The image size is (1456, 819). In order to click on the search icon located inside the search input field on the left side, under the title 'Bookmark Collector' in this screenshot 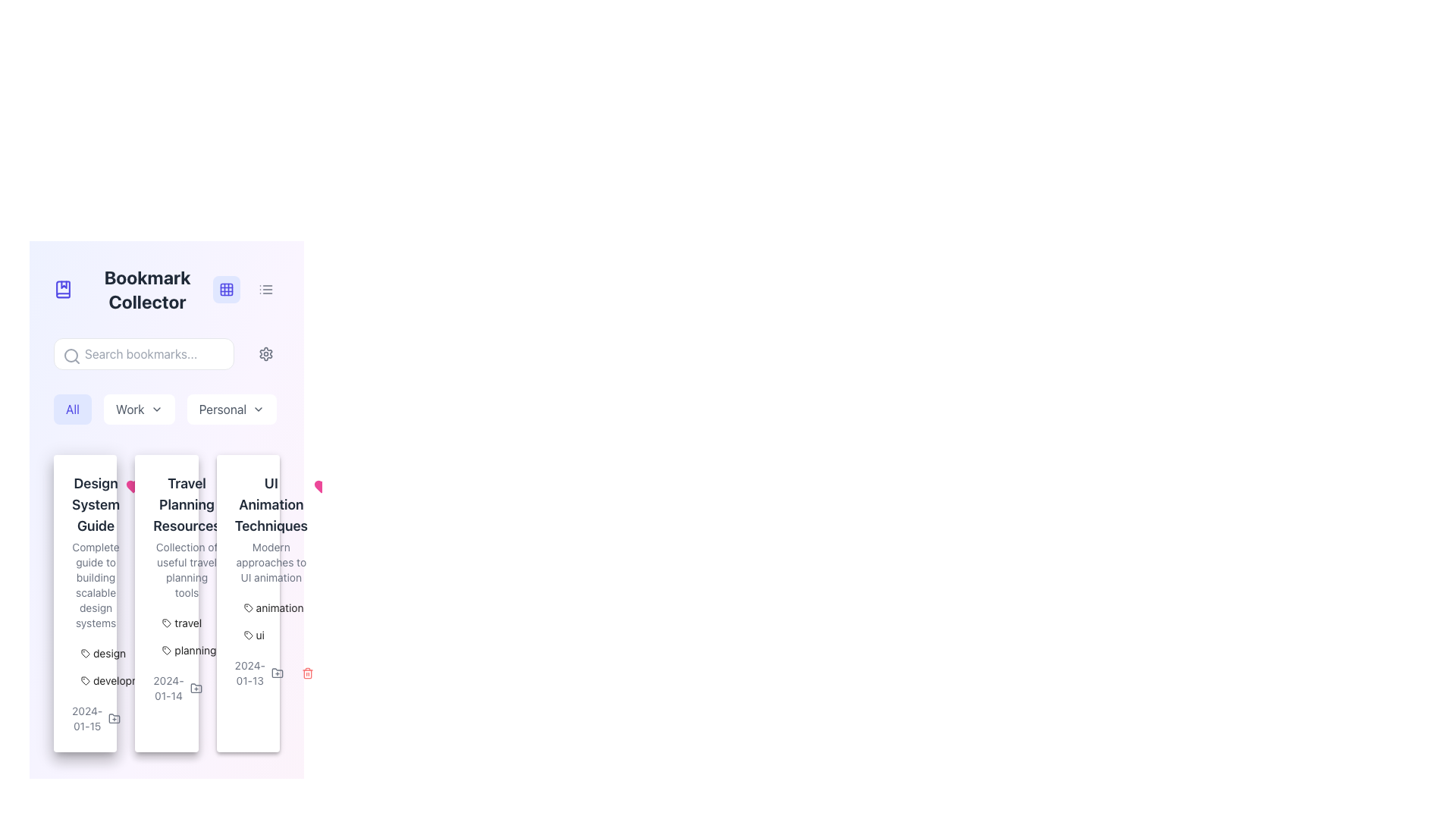, I will do `click(71, 356)`.